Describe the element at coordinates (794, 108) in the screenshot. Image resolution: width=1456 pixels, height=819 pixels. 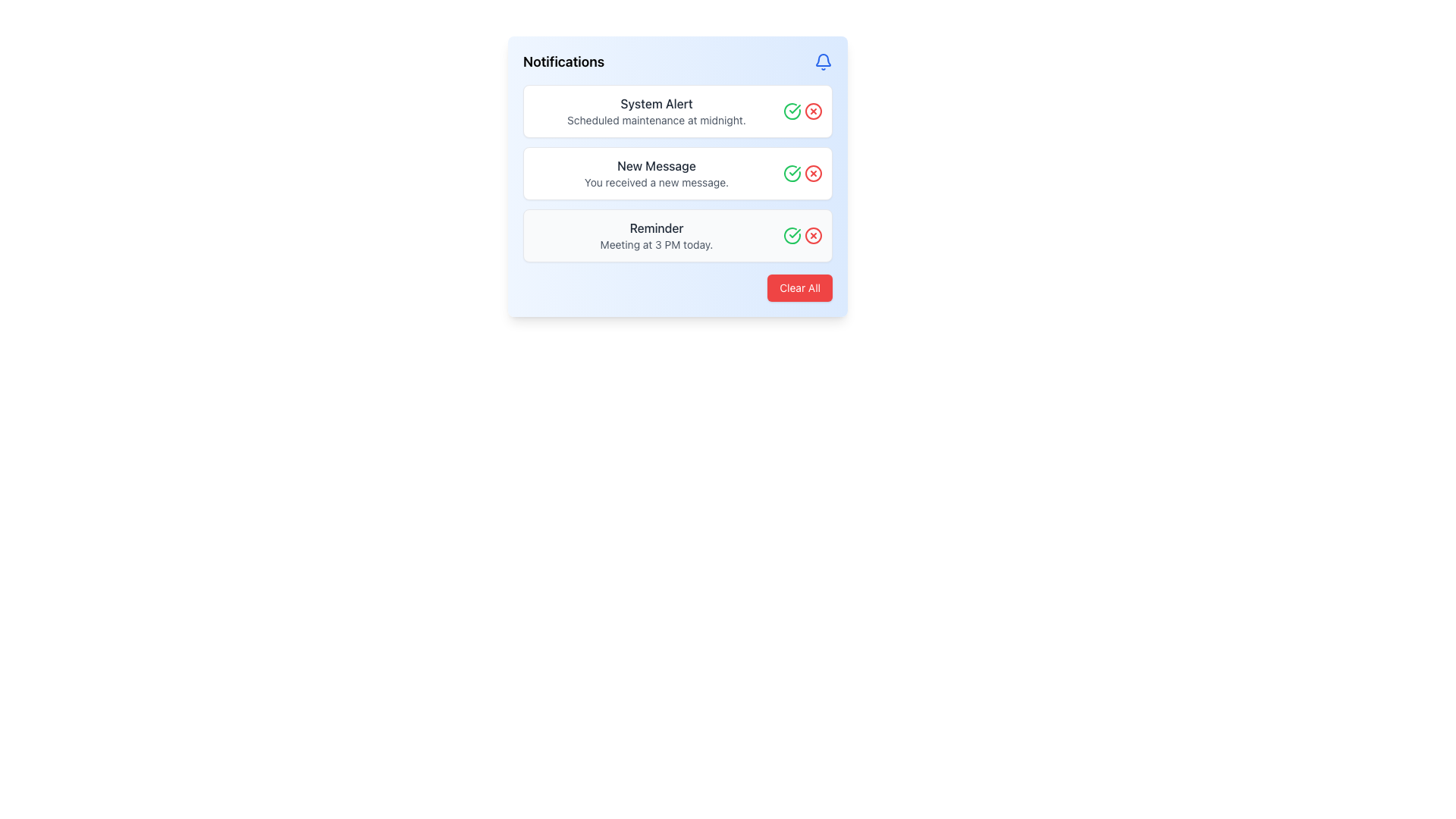
I see `the tick mark icon located in the notifications interface beside the 'New Message' notification to acknowledge it` at that location.